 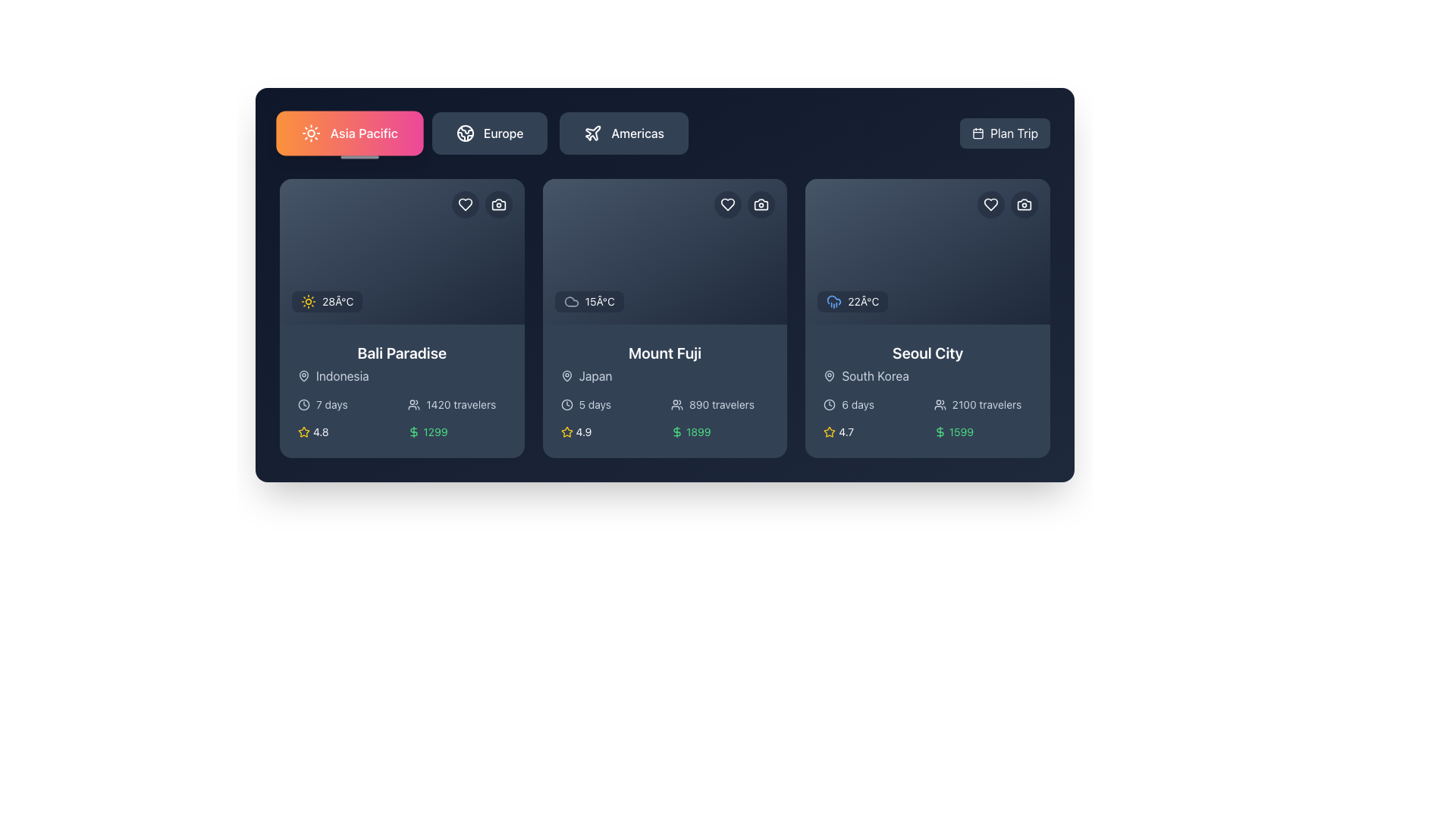 I want to click on the numeric text '1599' styled in green, which represents the price on the 'Seoul City' card, located to the right of a green dollar icon, so click(x=960, y=432).